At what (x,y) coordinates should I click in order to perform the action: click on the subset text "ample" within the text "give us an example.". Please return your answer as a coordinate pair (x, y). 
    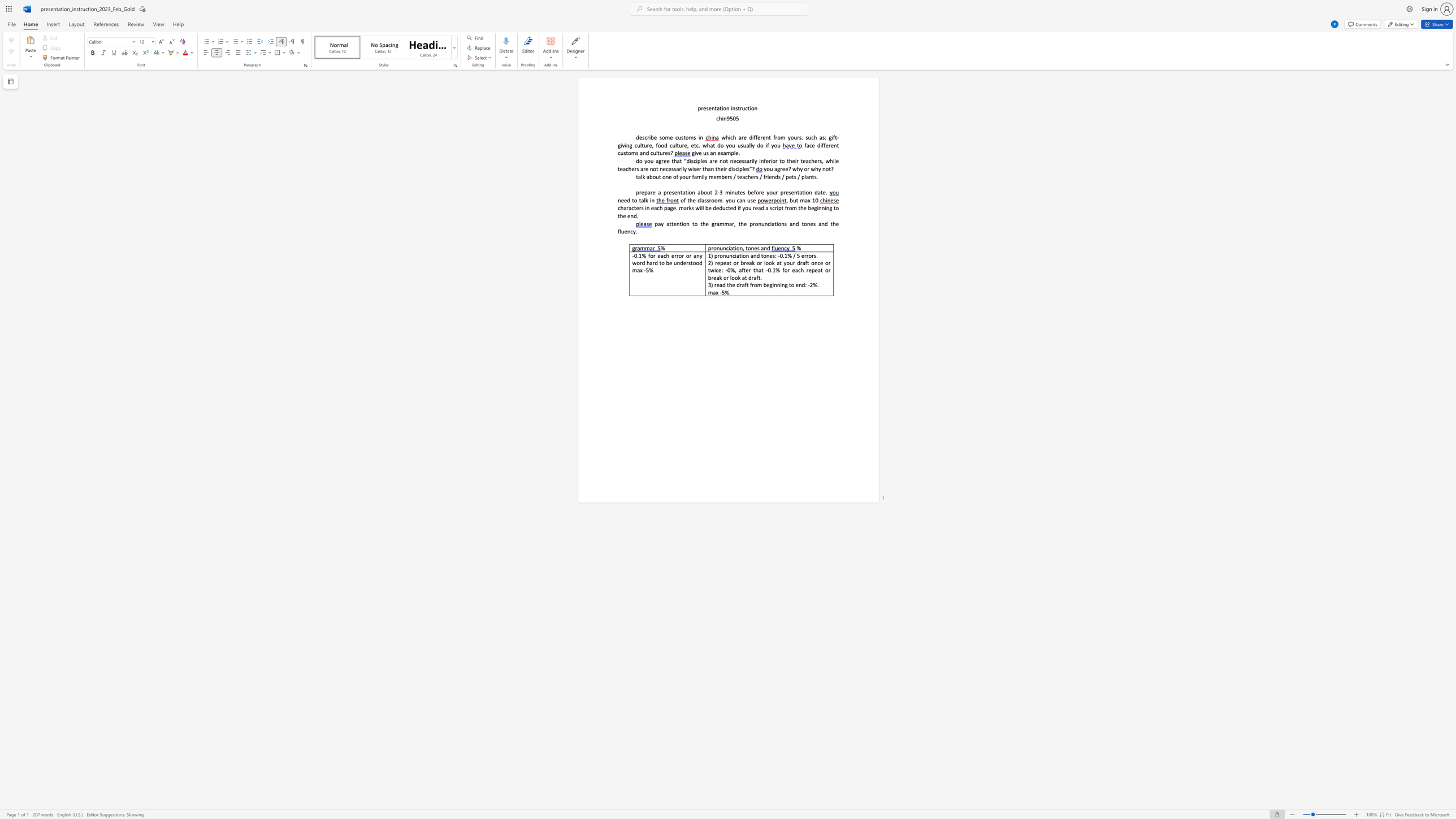
    Looking at the image, I should click on (723, 153).